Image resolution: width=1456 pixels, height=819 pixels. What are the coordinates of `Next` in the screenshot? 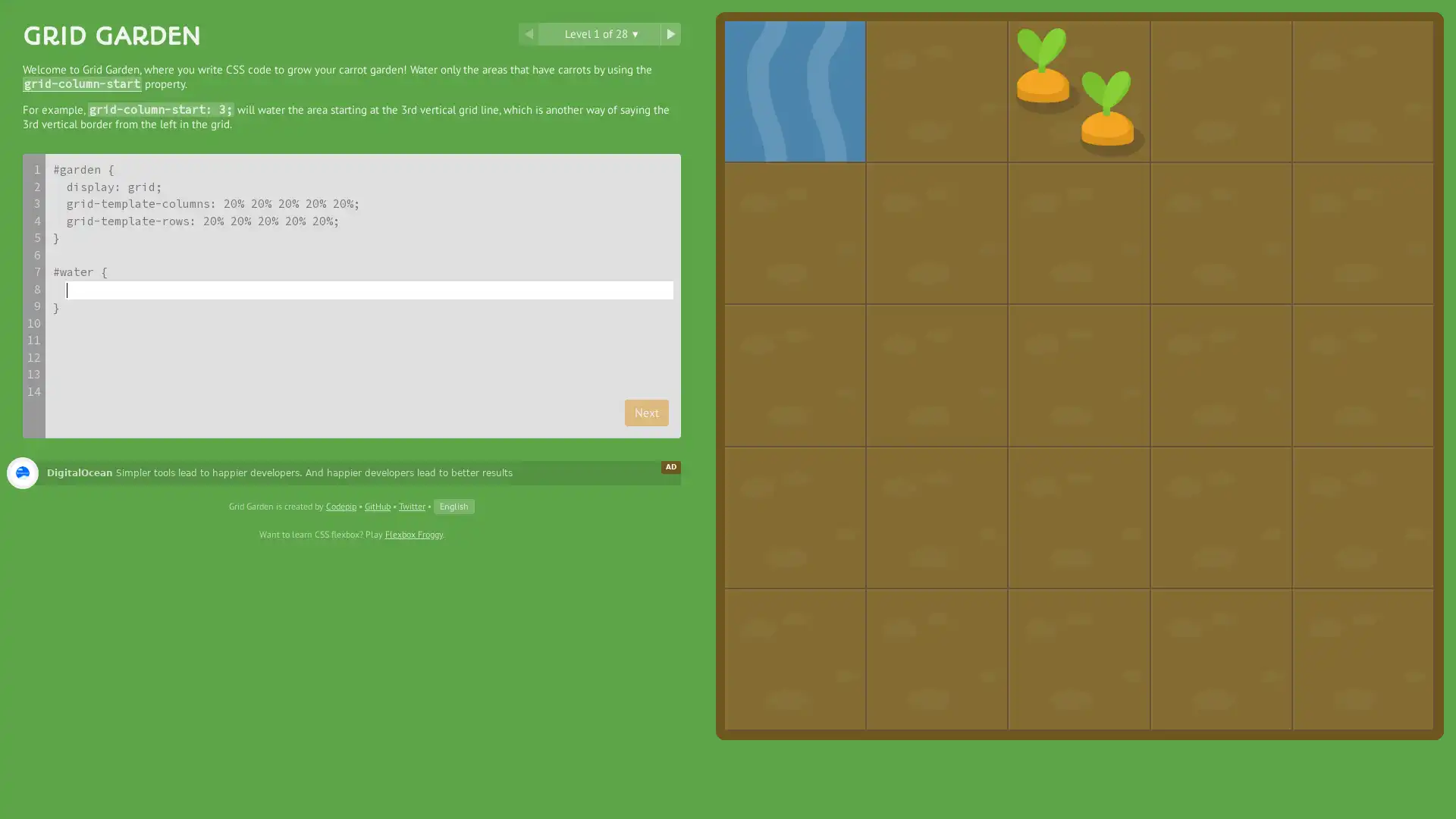 It's located at (647, 412).